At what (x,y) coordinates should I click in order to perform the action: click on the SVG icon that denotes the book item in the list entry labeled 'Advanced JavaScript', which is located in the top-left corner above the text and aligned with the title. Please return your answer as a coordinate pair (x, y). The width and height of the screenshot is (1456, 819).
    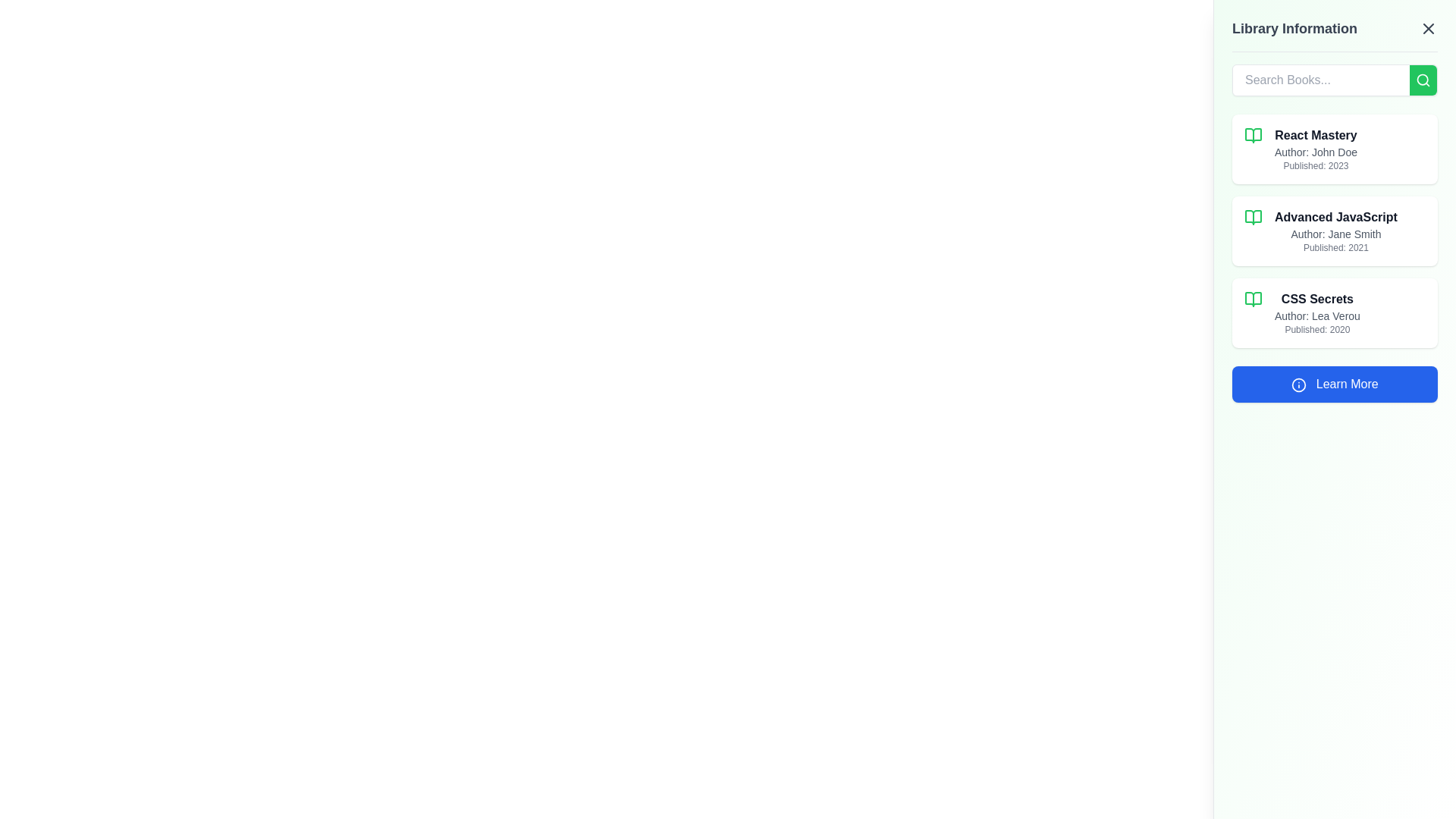
    Looking at the image, I should click on (1253, 217).